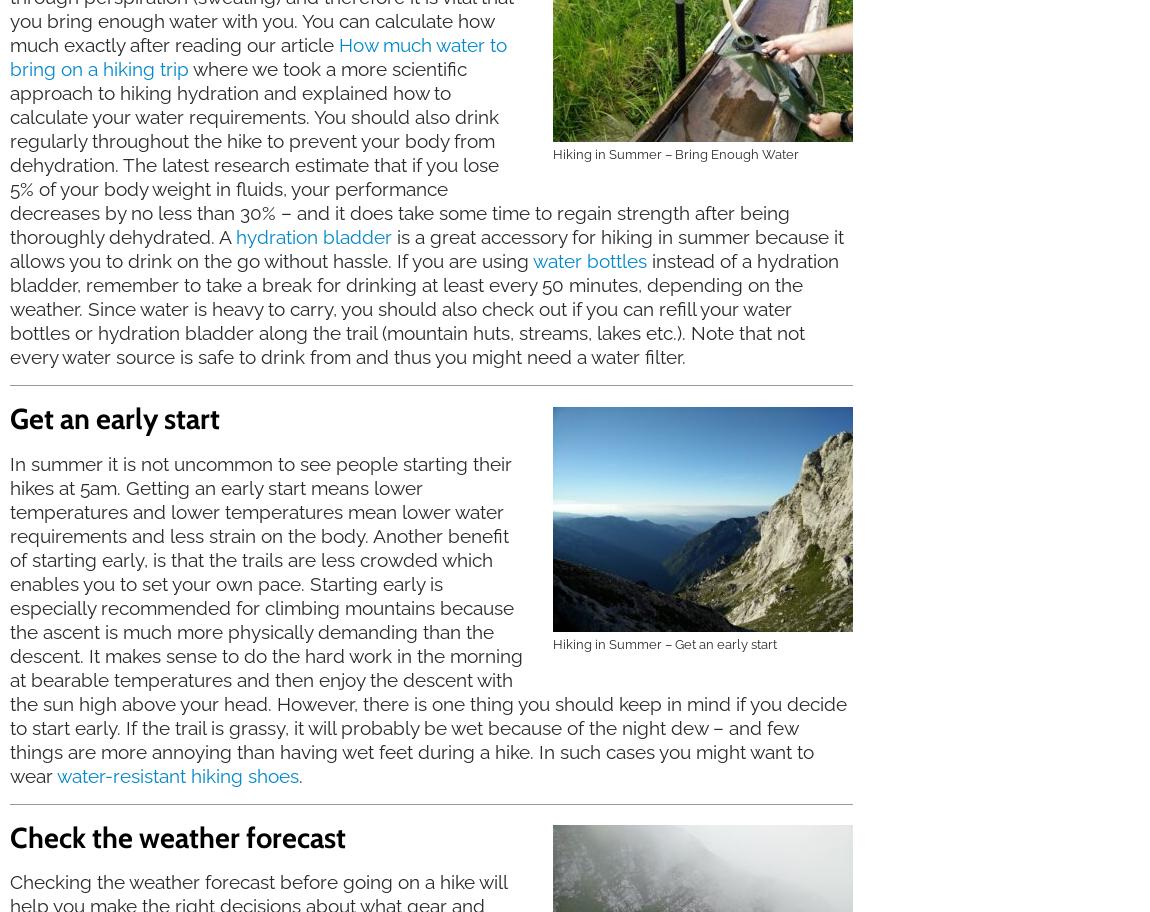 The image size is (1150, 912). What do you see at coordinates (114, 418) in the screenshot?
I see `'Get an early start'` at bounding box center [114, 418].